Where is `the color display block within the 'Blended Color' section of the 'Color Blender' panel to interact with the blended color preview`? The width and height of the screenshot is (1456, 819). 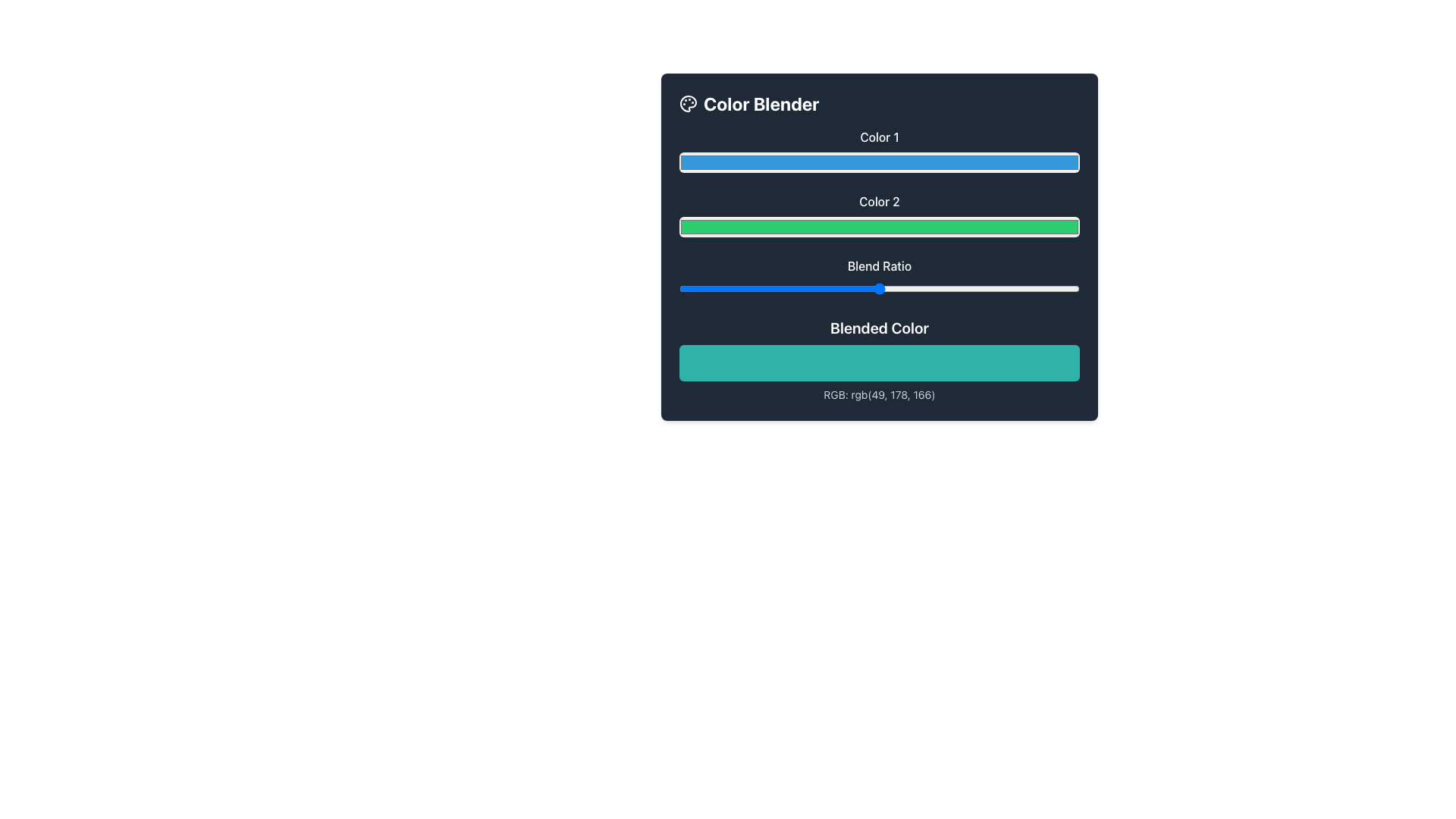
the color display block within the 'Blended Color' section of the 'Color Blender' panel to interact with the blended color preview is located at coordinates (880, 359).